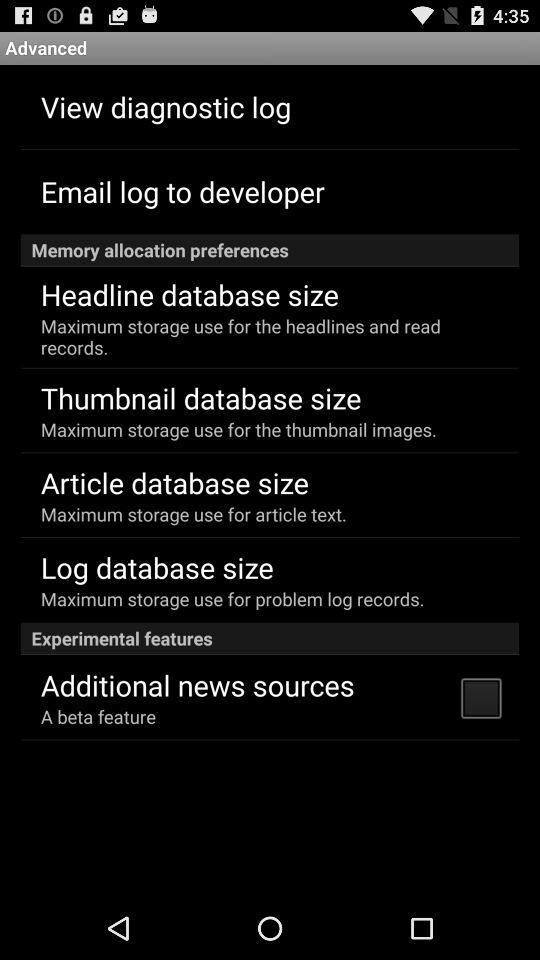  What do you see at coordinates (197, 684) in the screenshot?
I see `app at the bottom` at bounding box center [197, 684].